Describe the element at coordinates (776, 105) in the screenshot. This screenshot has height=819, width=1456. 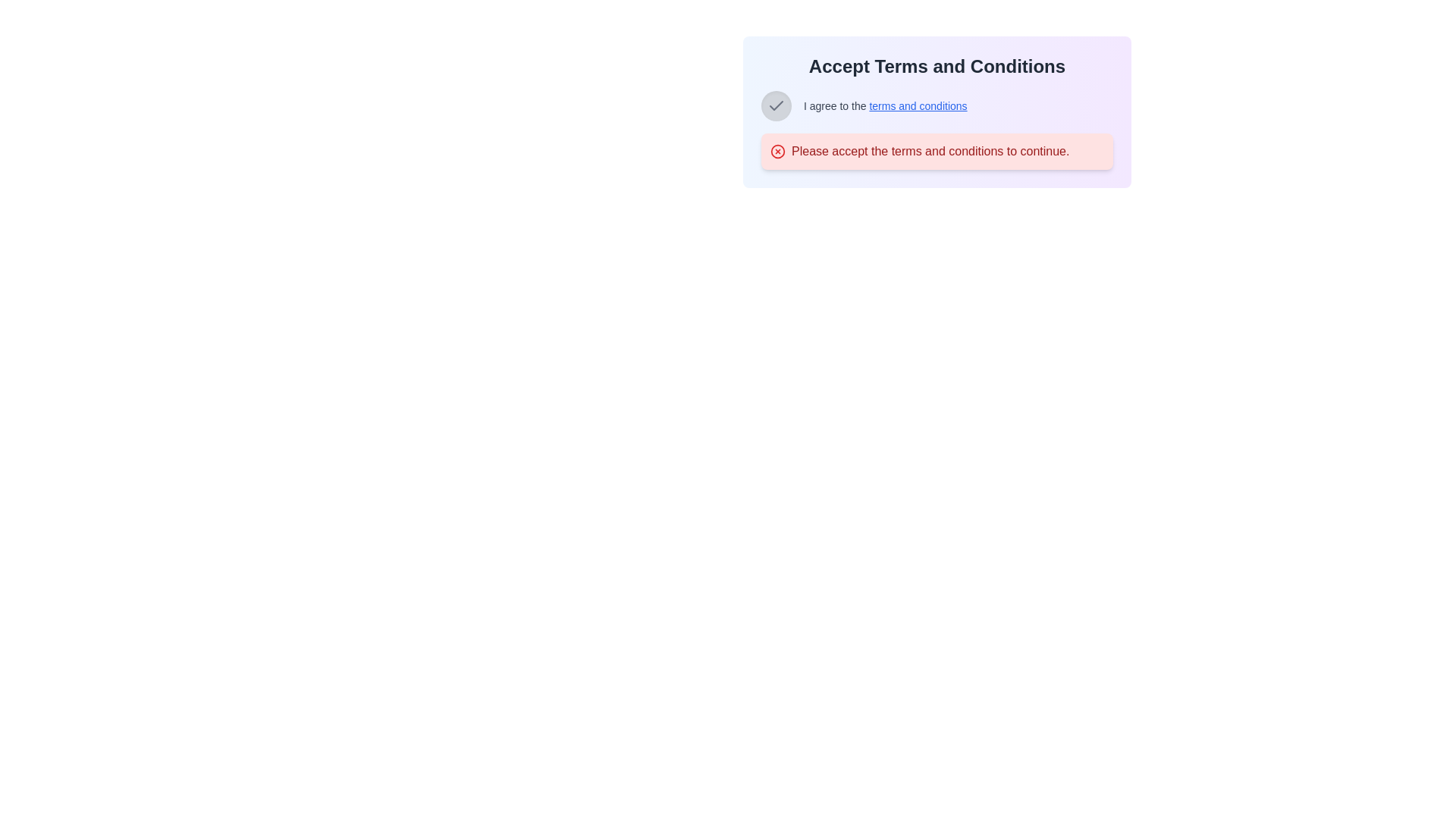
I see `the status of the checkmark icon within the checkbox, which indicates agreement to terms` at that location.